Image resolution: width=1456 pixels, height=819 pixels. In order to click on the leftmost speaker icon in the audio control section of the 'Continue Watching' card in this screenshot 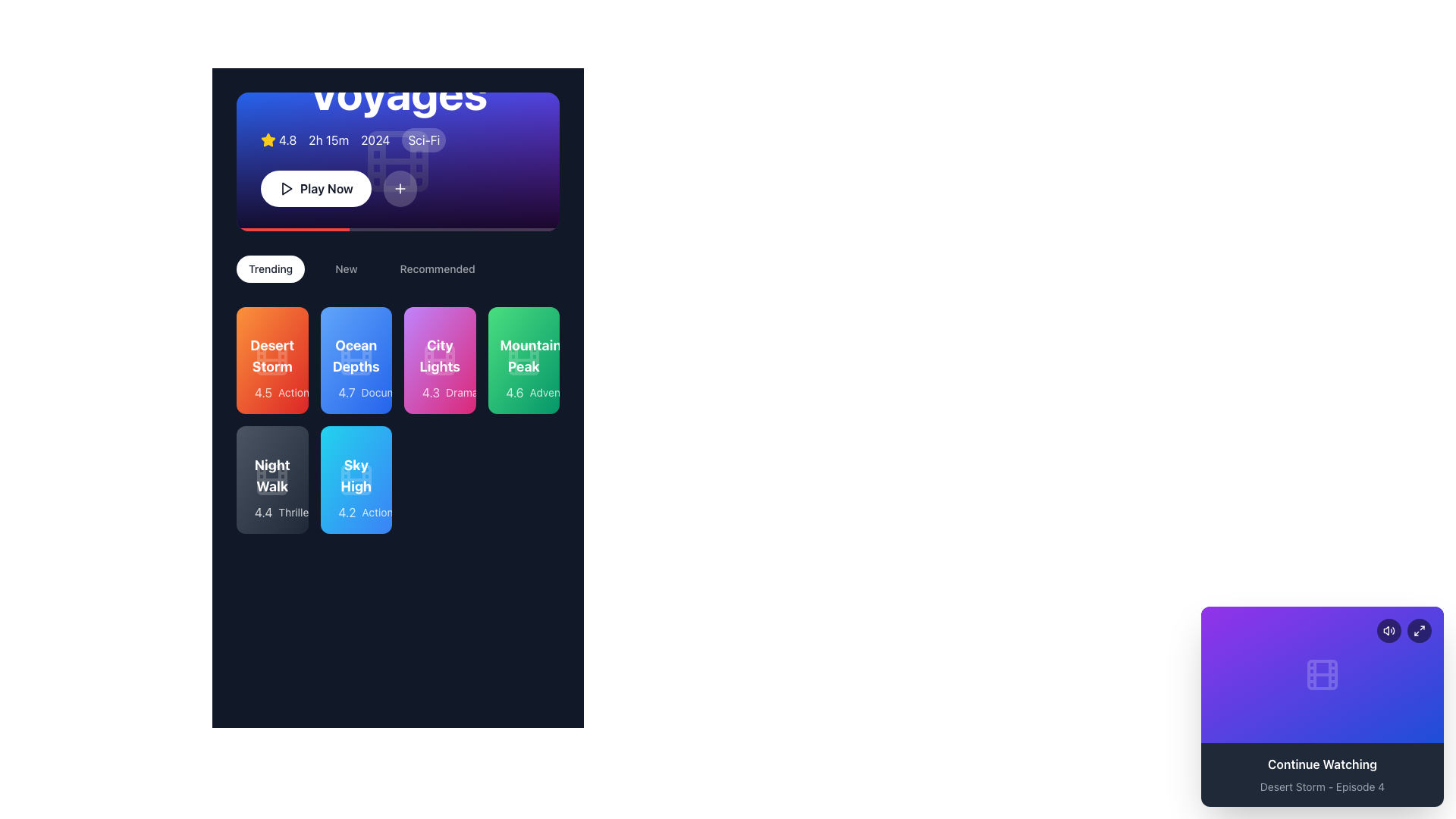, I will do `click(1386, 631)`.